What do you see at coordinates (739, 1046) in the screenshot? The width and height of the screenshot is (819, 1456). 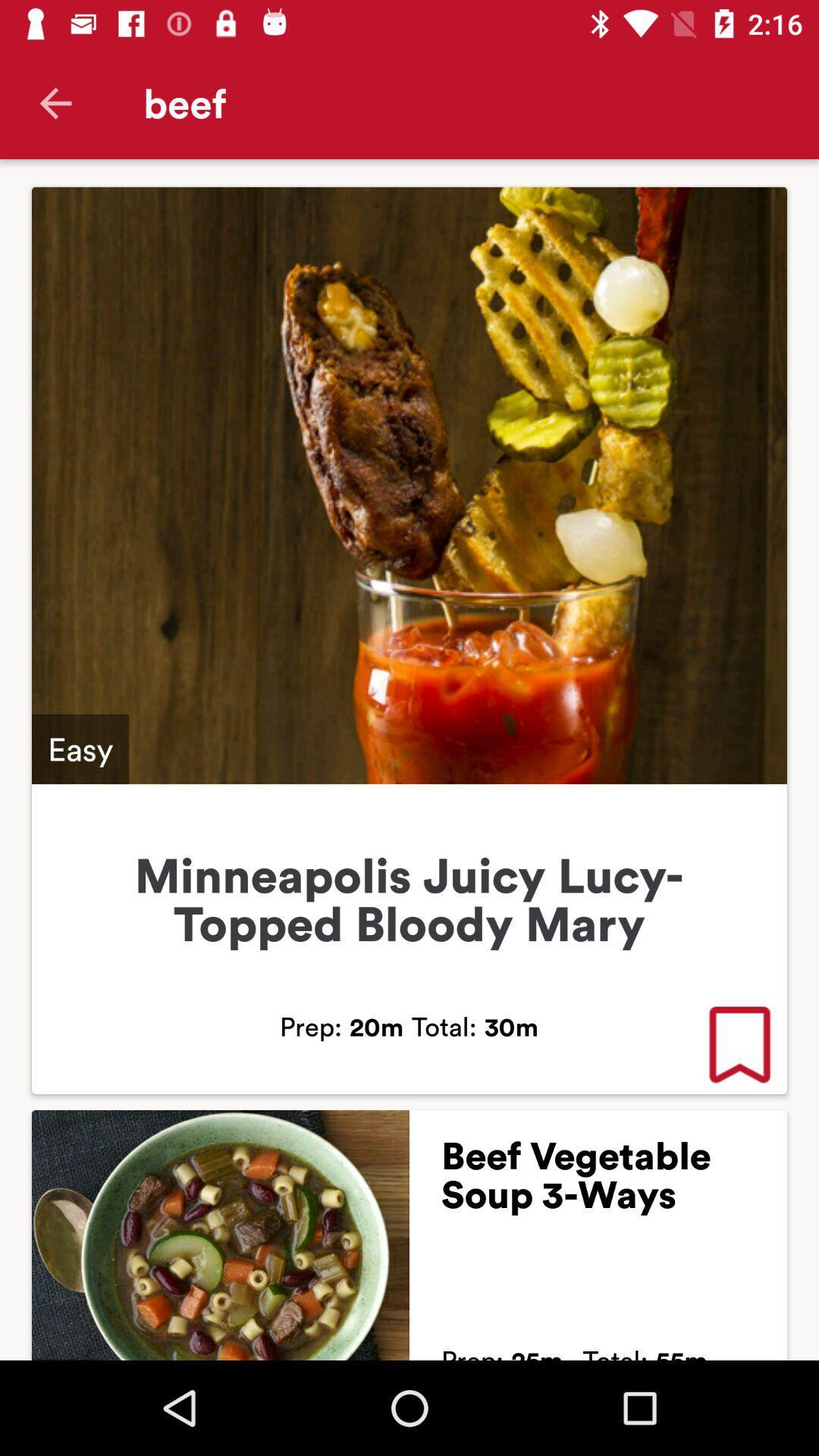 I see `the icon to the right of 30m icon` at bounding box center [739, 1046].